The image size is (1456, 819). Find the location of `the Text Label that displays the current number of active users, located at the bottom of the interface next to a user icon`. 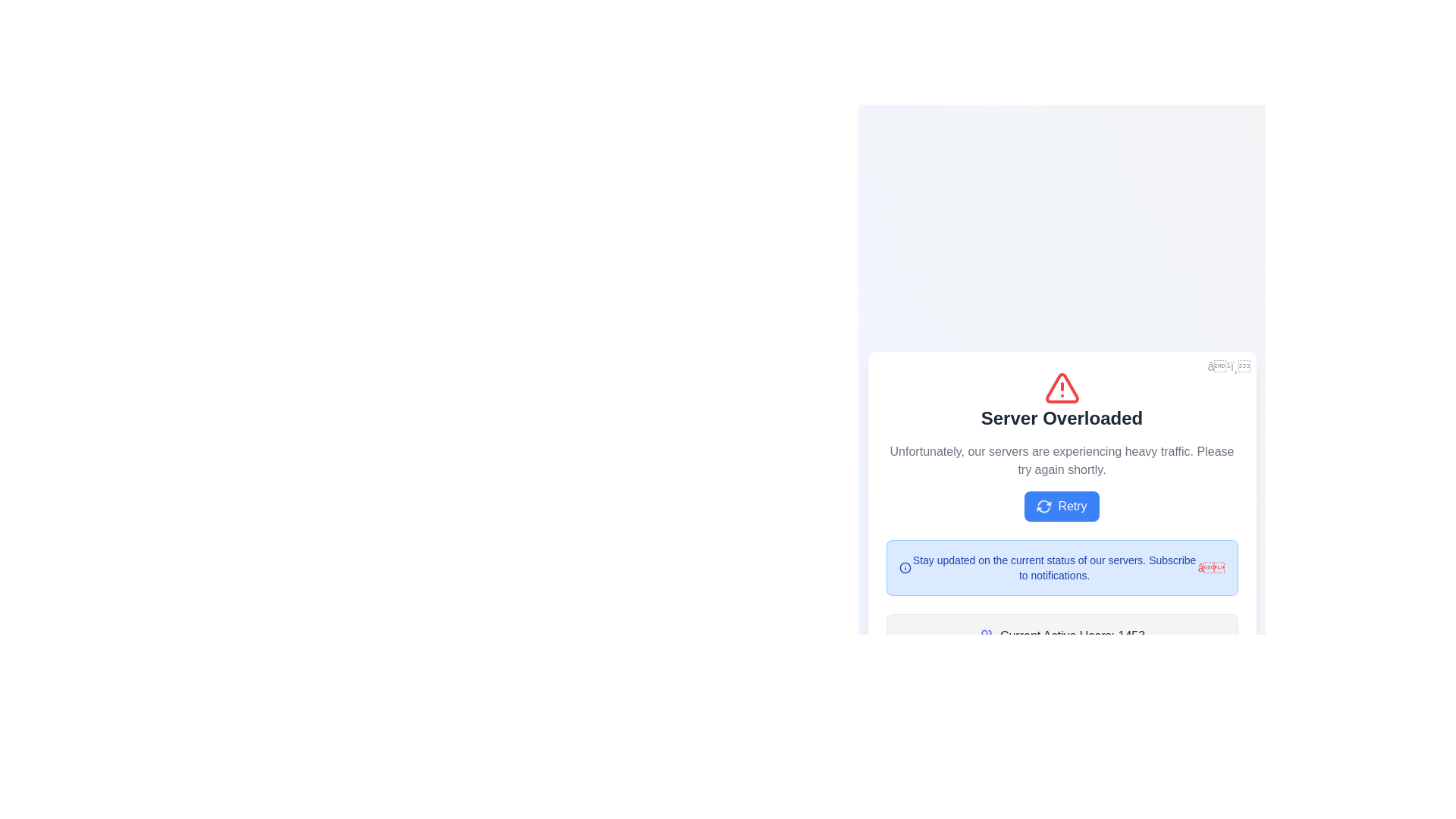

the Text Label that displays the current number of active users, located at the bottom of the interface next to a user icon is located at coordinates (1072, 636).